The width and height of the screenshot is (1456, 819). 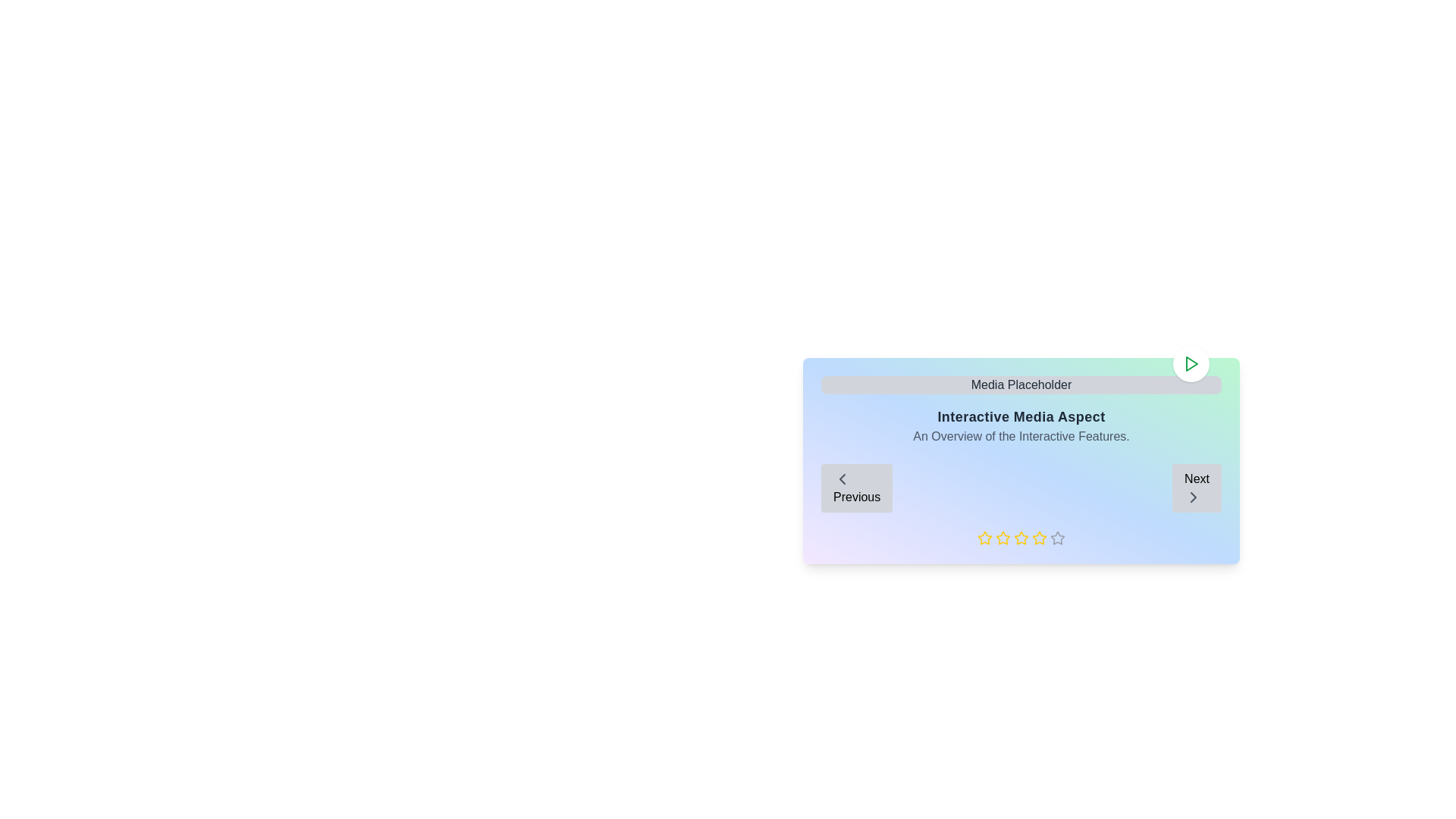 What do you see at coordinates (1021, 384) in the screenshot?
I see `text label displaying 'Media Placeholder' located at the upper portion of the card-like layout` at bounding box center [1021, 384].